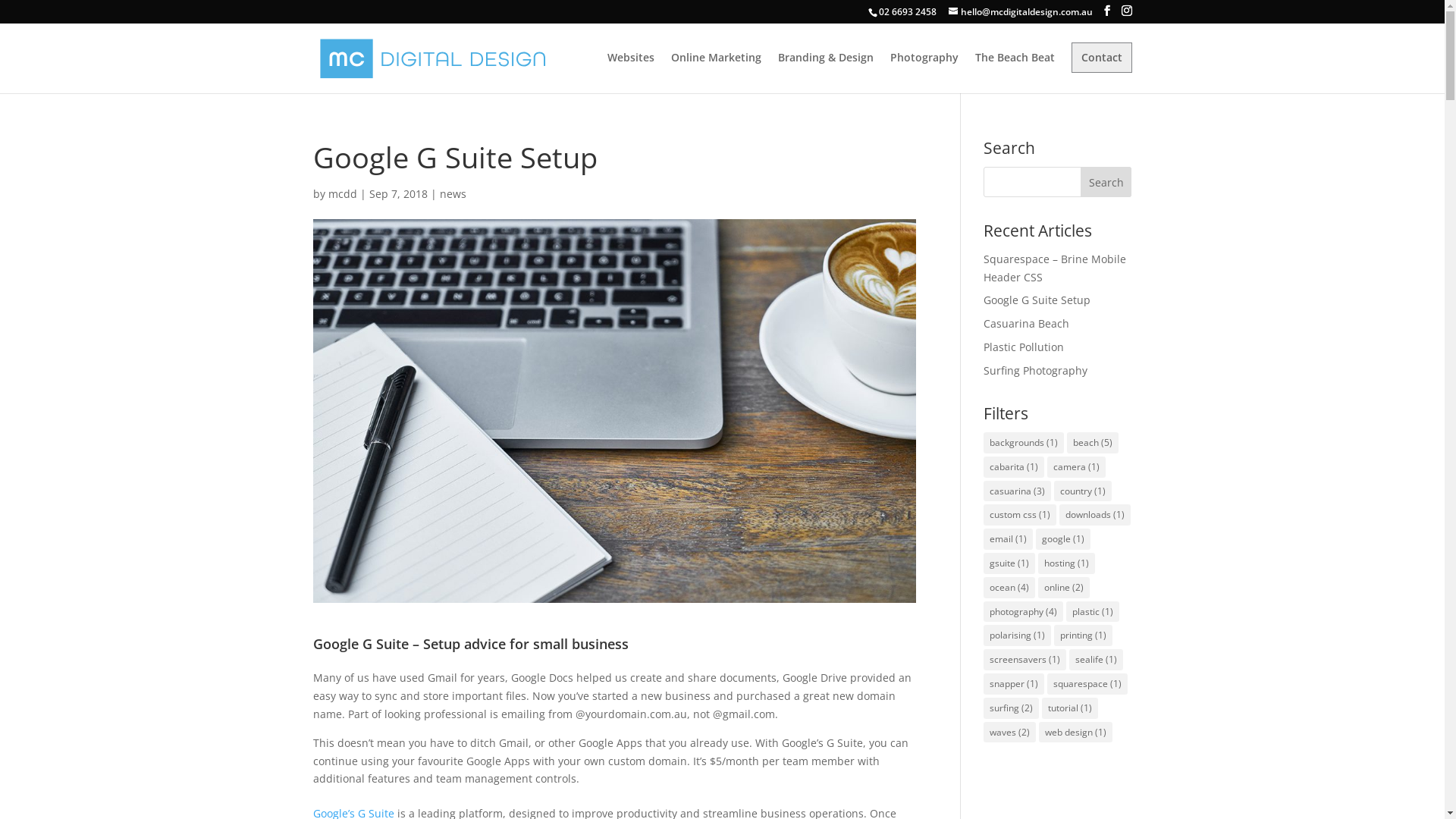 Image resolution: width=1456 pixels, height=819 pixels. What do you see at coordinates (1058, 513) in the screenshot?
I see `'downloads (1)'` at bounding box center [1058, 513].